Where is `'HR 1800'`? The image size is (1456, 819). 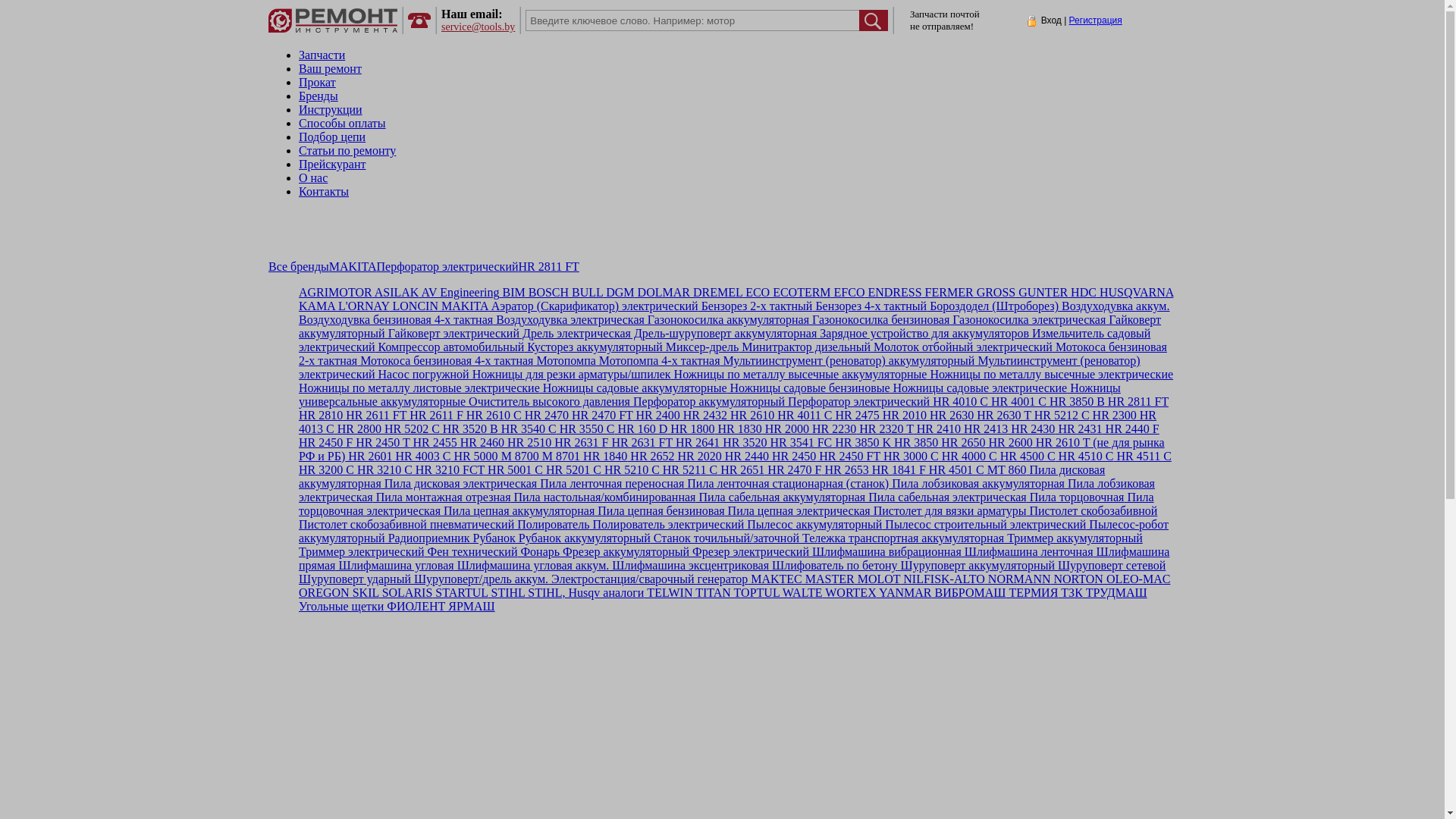
'HR 1800' is located at coordinates (690, 428).